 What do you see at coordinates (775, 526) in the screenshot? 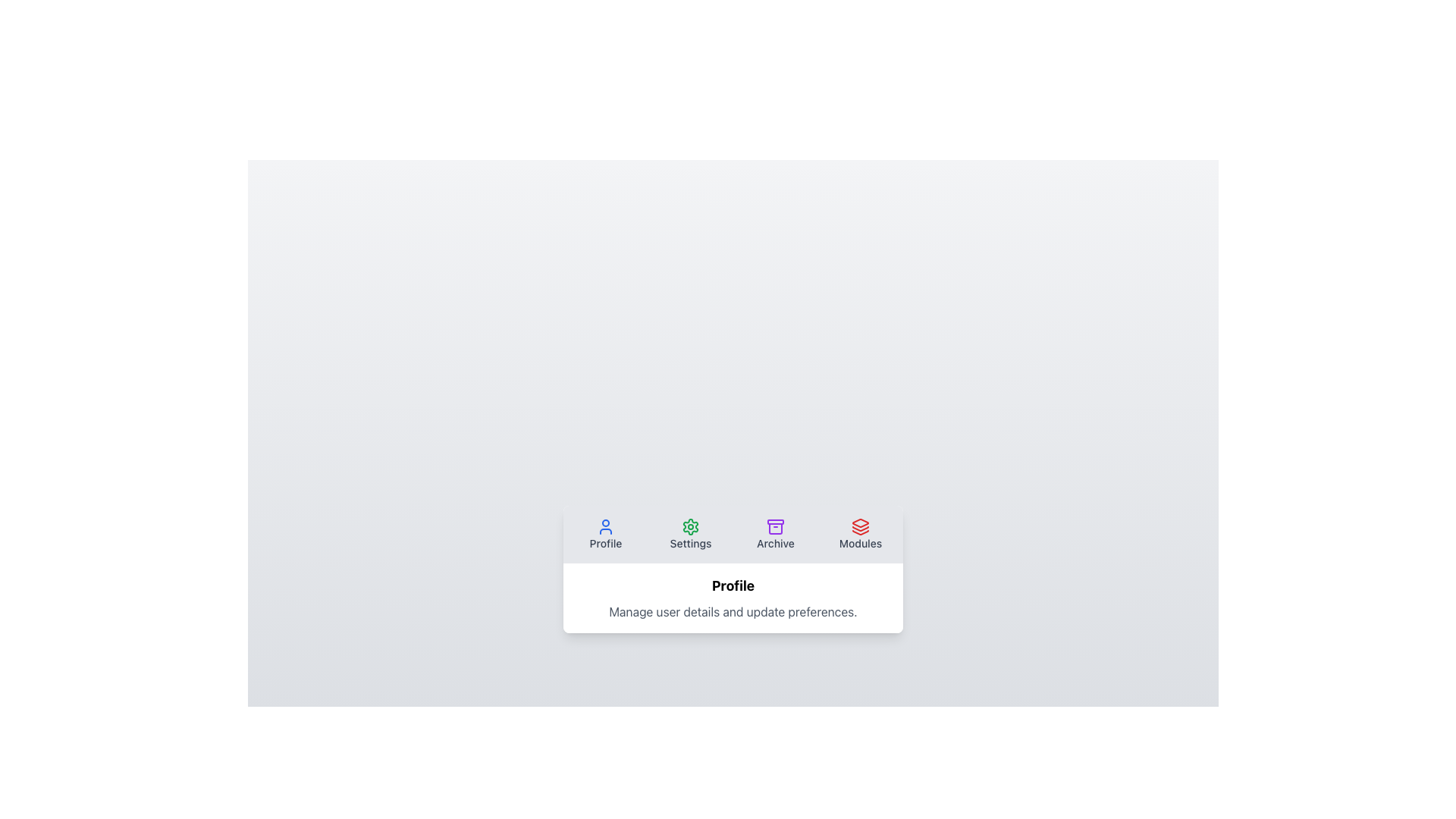
I see `the purple archive box icon located above the 'Archive' text, which is the third icon from the left in a row of similar icons` at bounding box center [775, 526].